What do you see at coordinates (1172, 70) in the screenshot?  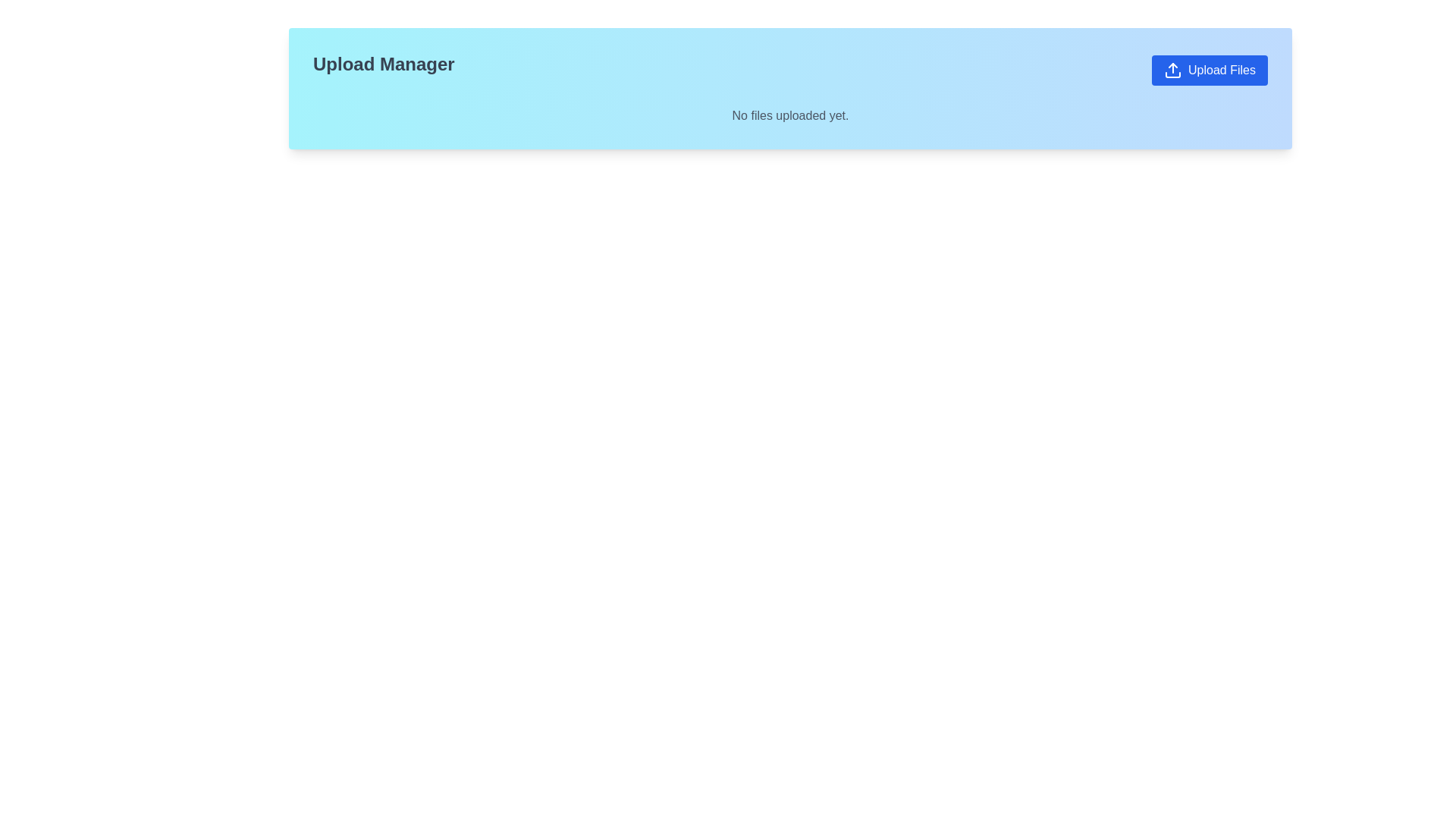 I see `the upload icon` at bounding box center [1172, 70].